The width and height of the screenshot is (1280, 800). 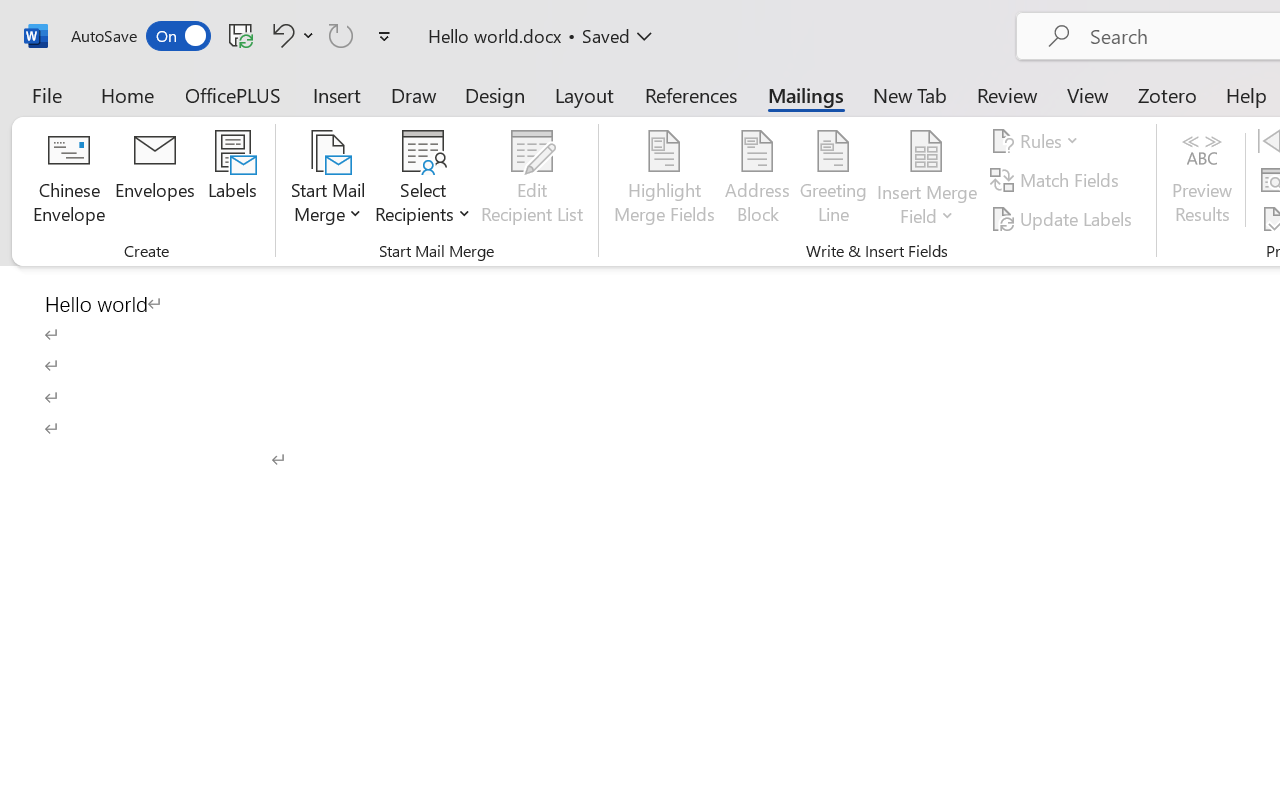 I want to click on 'Match Fields...', so click(x=1056, y=179).